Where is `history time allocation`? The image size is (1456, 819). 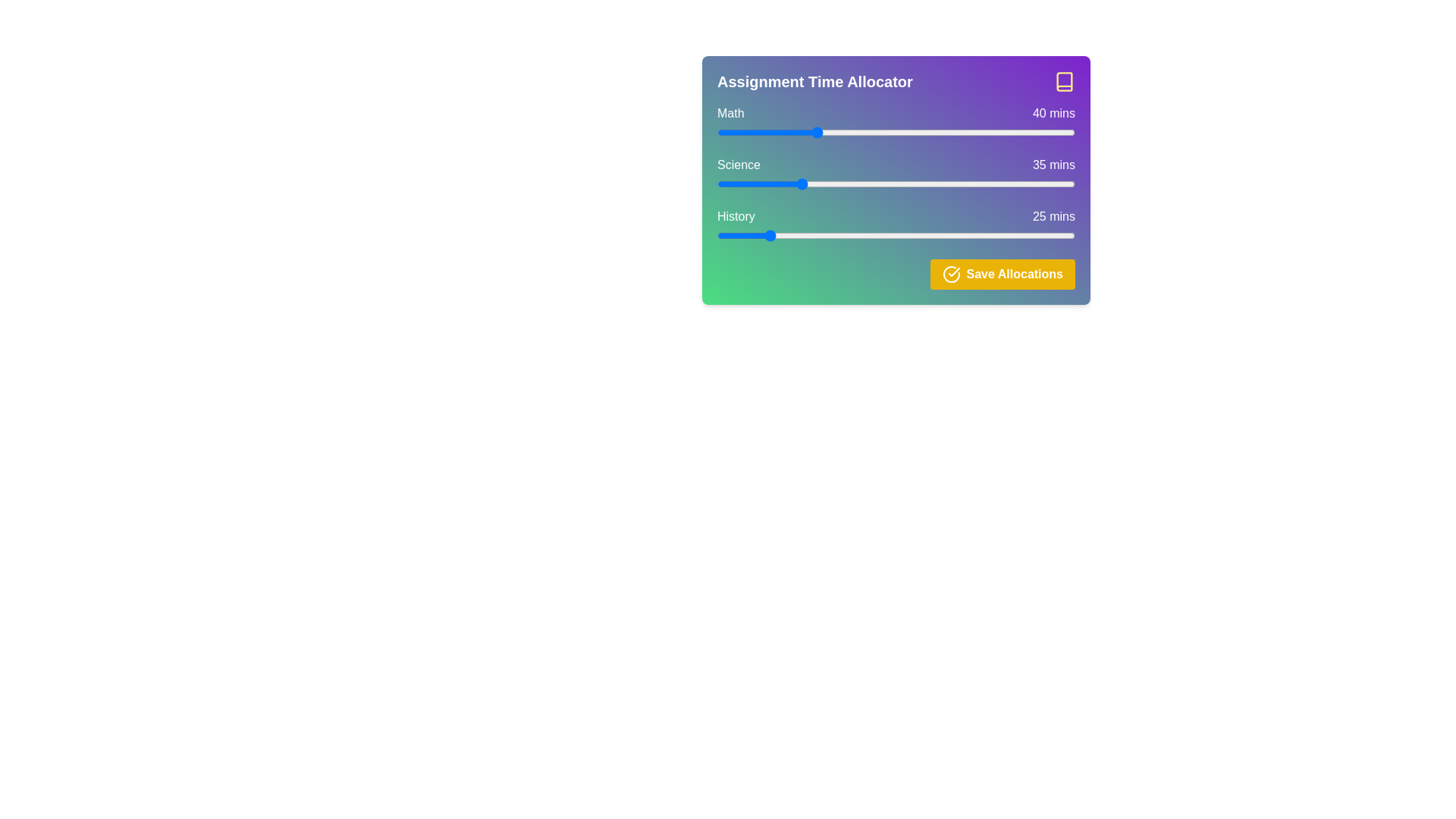
history time allocation is located at coordinates (1006, 236).